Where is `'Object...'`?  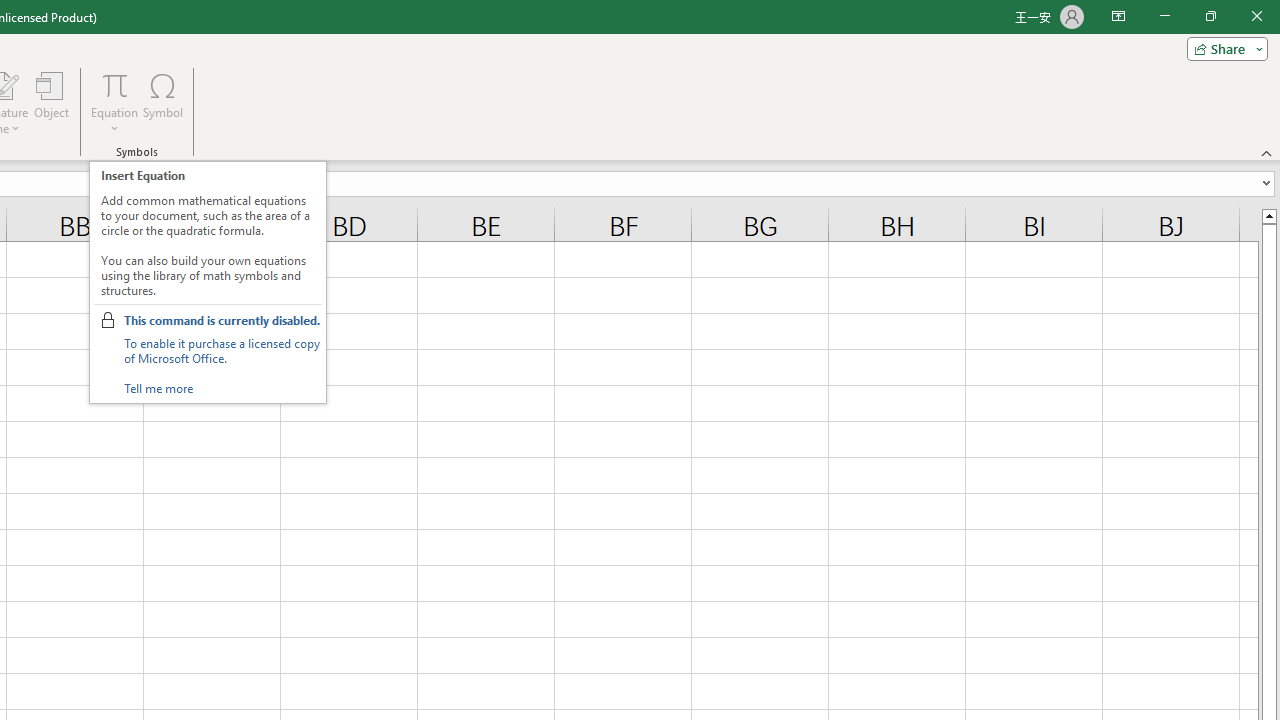 'Object...' is located at coordinates (51, 103).